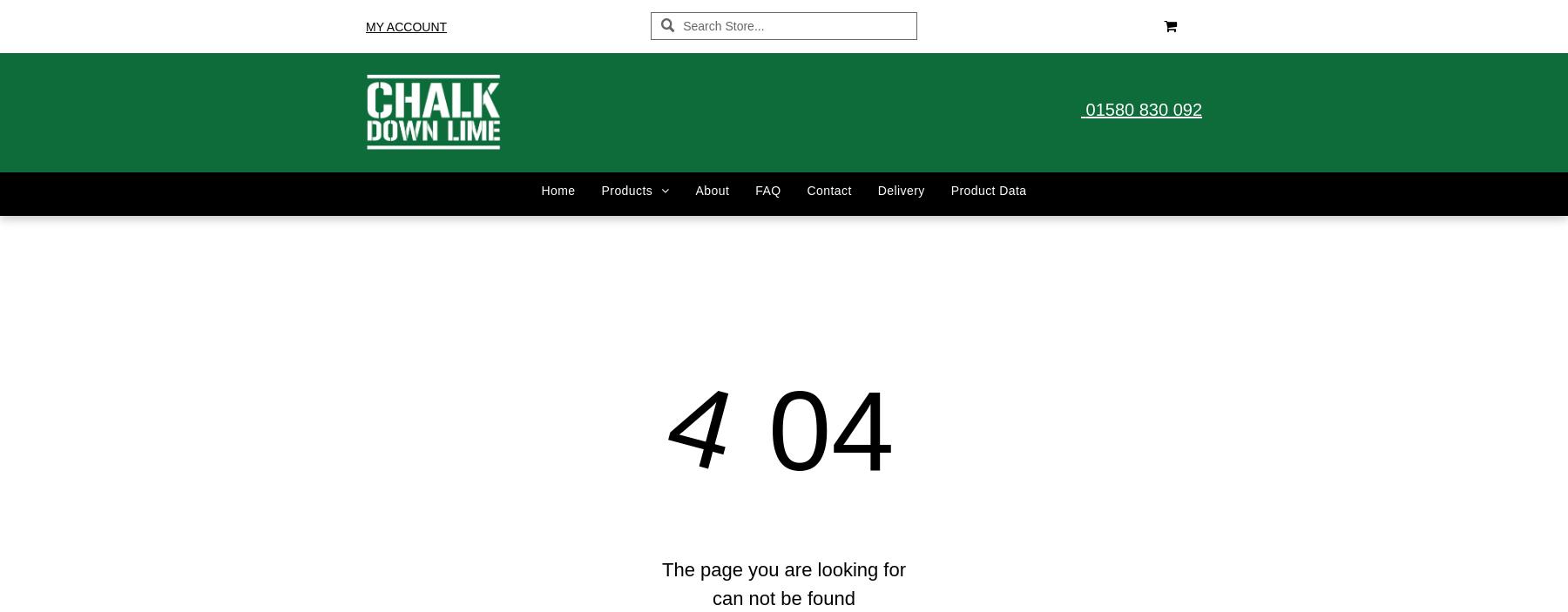 The image size is (1568, 612). Describe the element at coordinates (712, 190) in the screenshot. I see `'About'` at that location.